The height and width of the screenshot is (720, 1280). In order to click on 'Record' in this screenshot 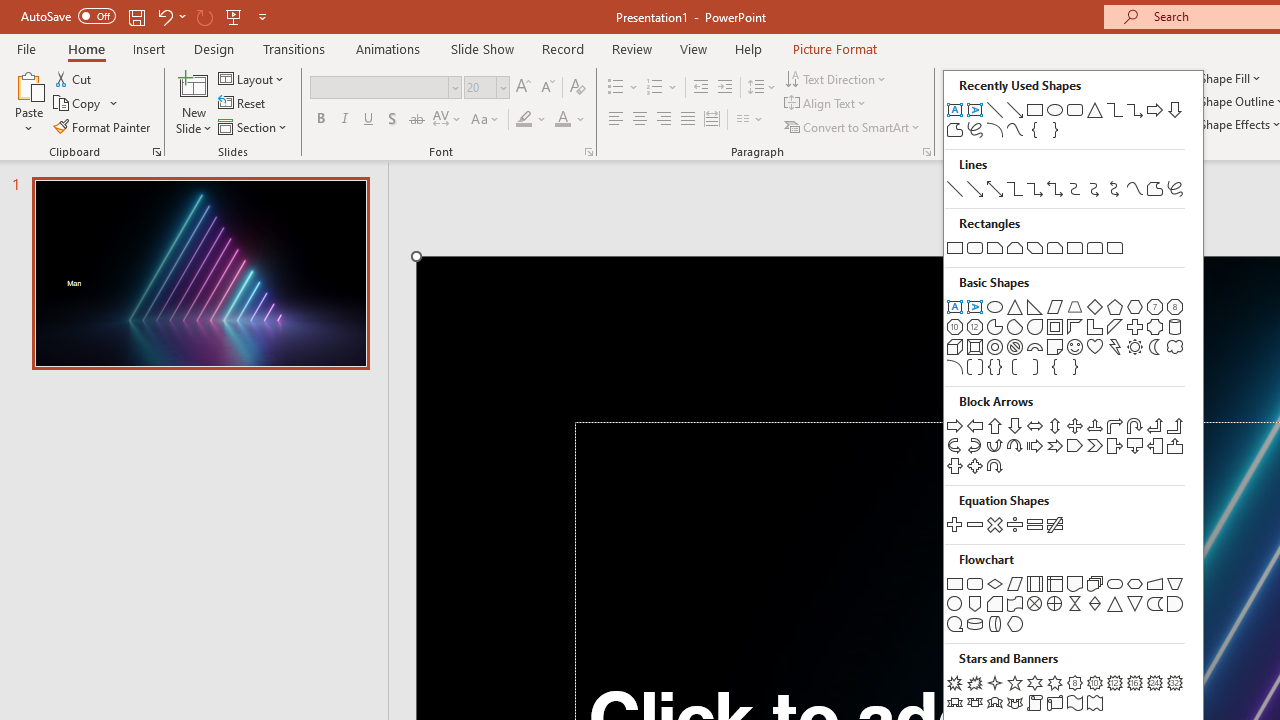, I will do `click(561, 48)`.